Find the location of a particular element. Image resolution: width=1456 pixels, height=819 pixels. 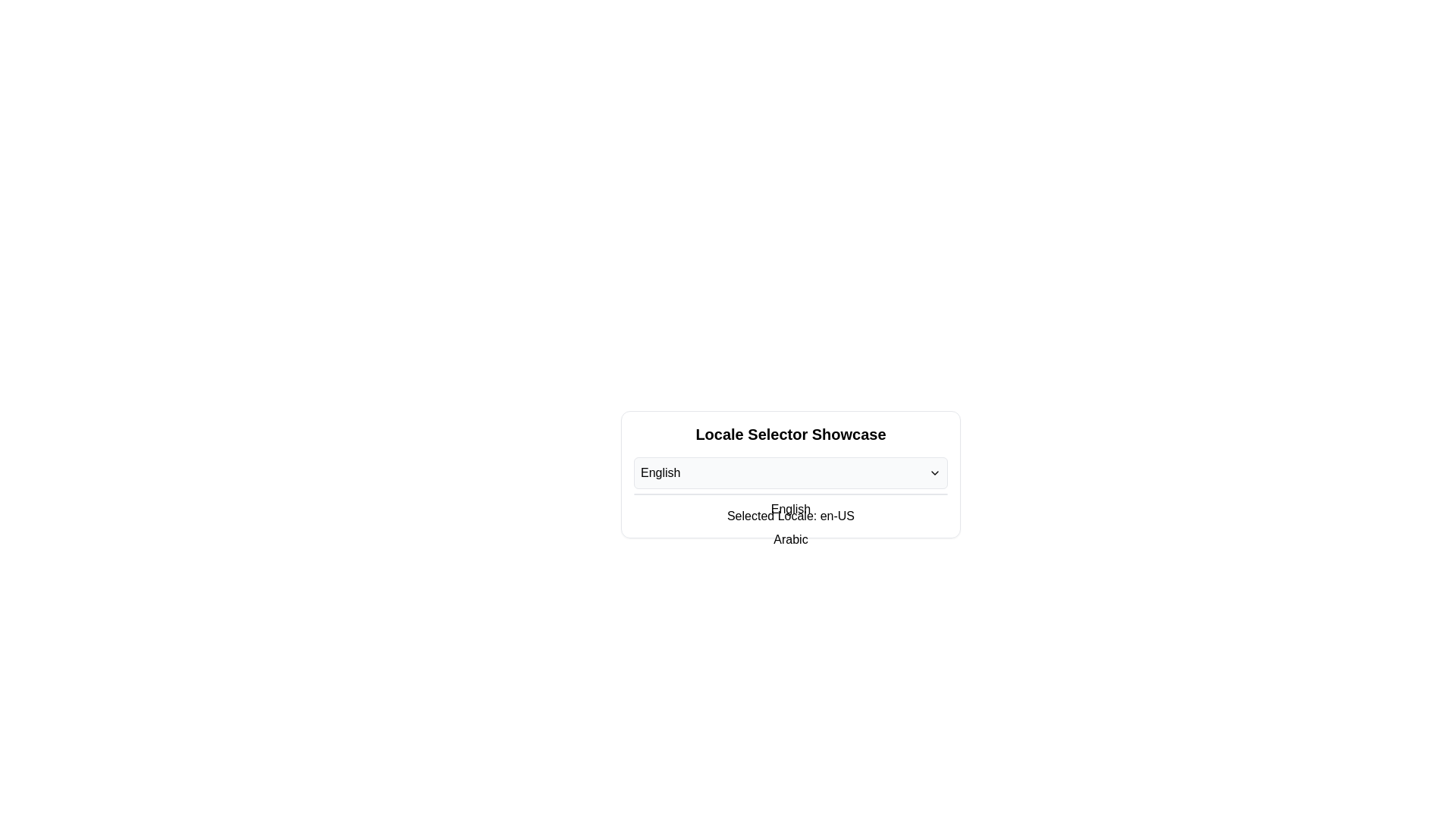

the chevron icon located to the far-right of the 'English' text in the Locale Selector Showcase to interact with the dropdown menu is located at coordinates (934, 472).